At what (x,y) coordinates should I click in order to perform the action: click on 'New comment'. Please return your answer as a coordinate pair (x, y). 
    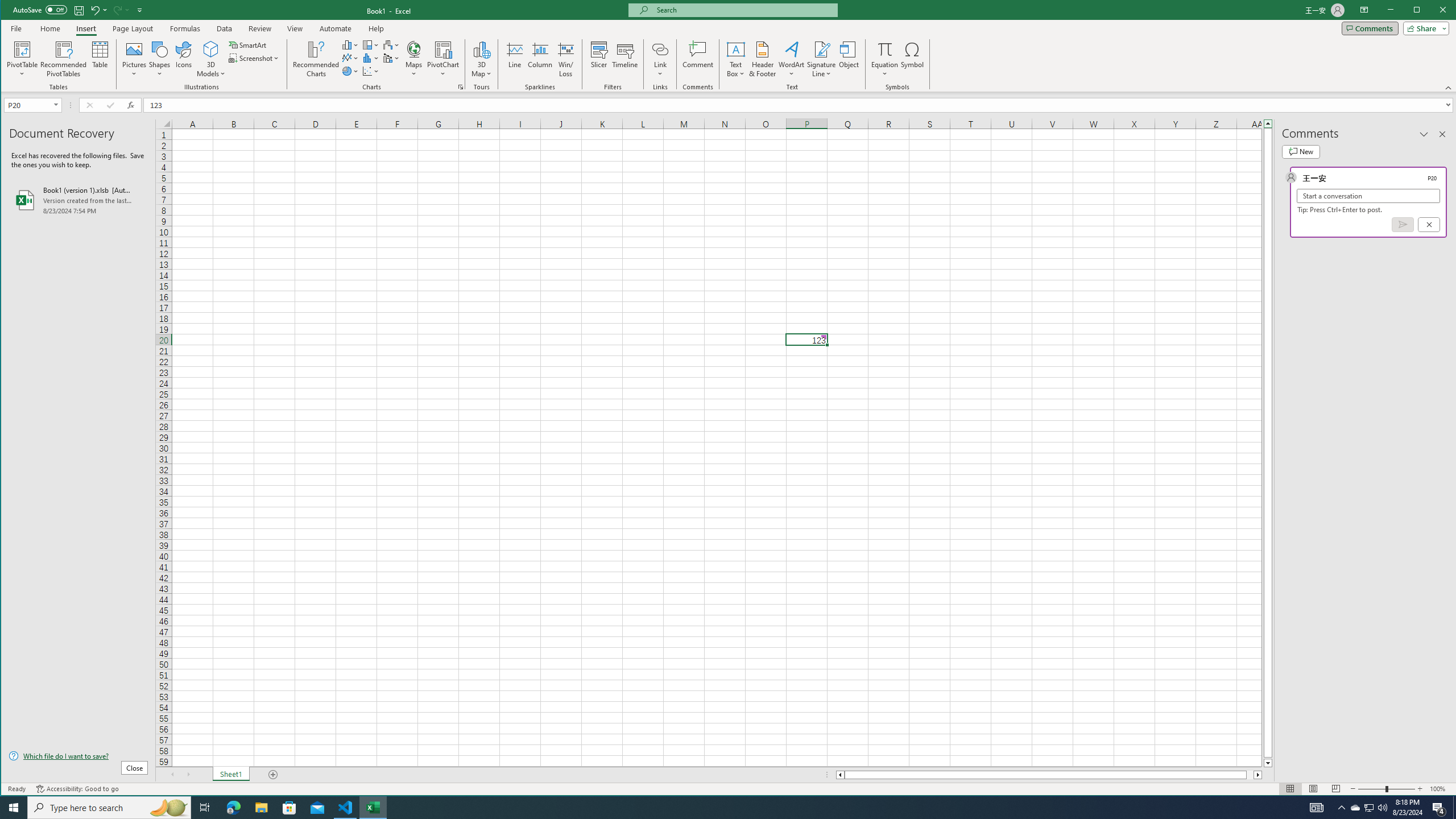
    Looking at the image, I should click on (1300, 152).